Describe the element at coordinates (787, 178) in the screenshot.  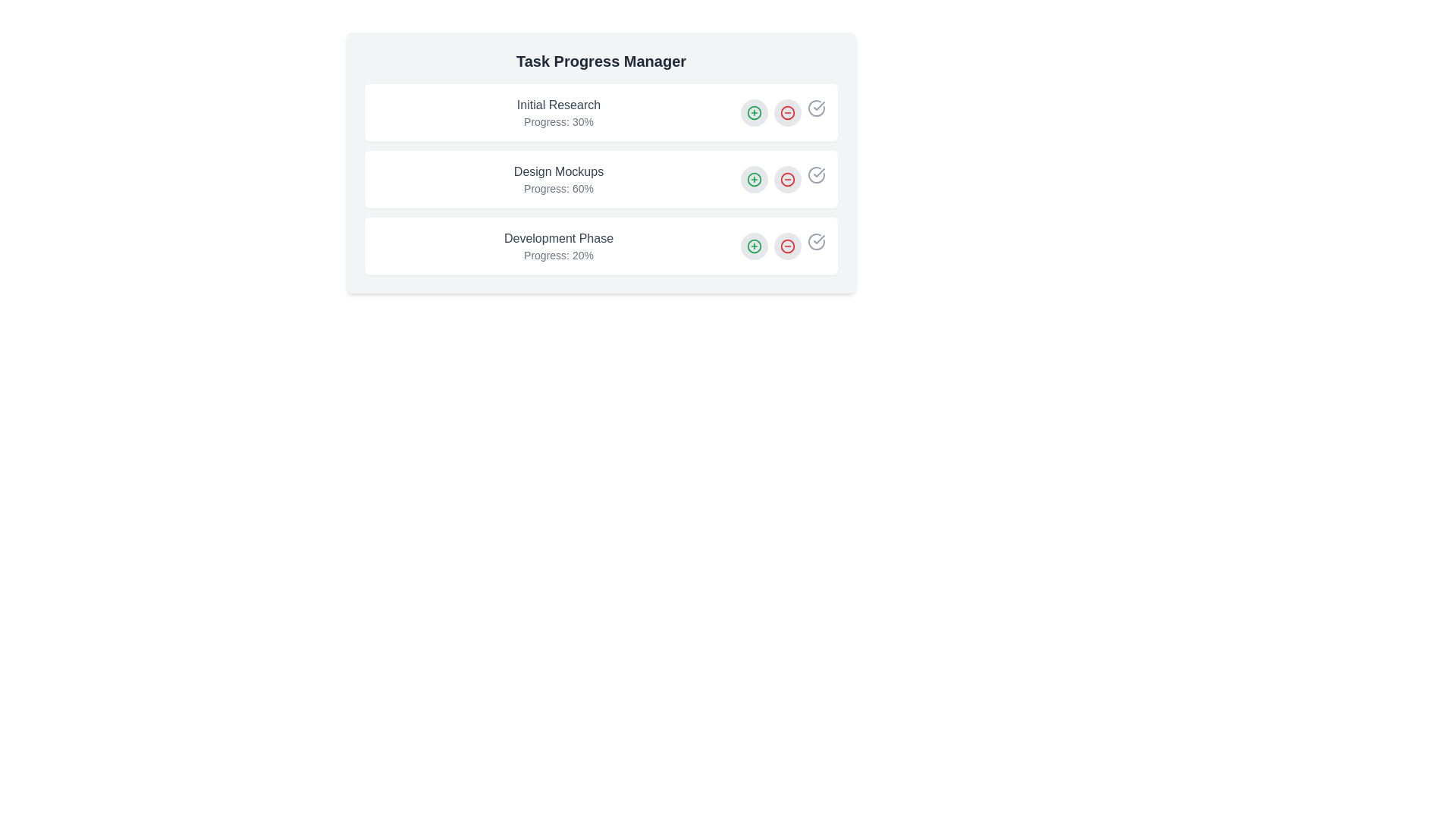
I see `the circular button with a gray background and red icon, which is the second button in the action set for the 'Design Mockups' task` at that location.